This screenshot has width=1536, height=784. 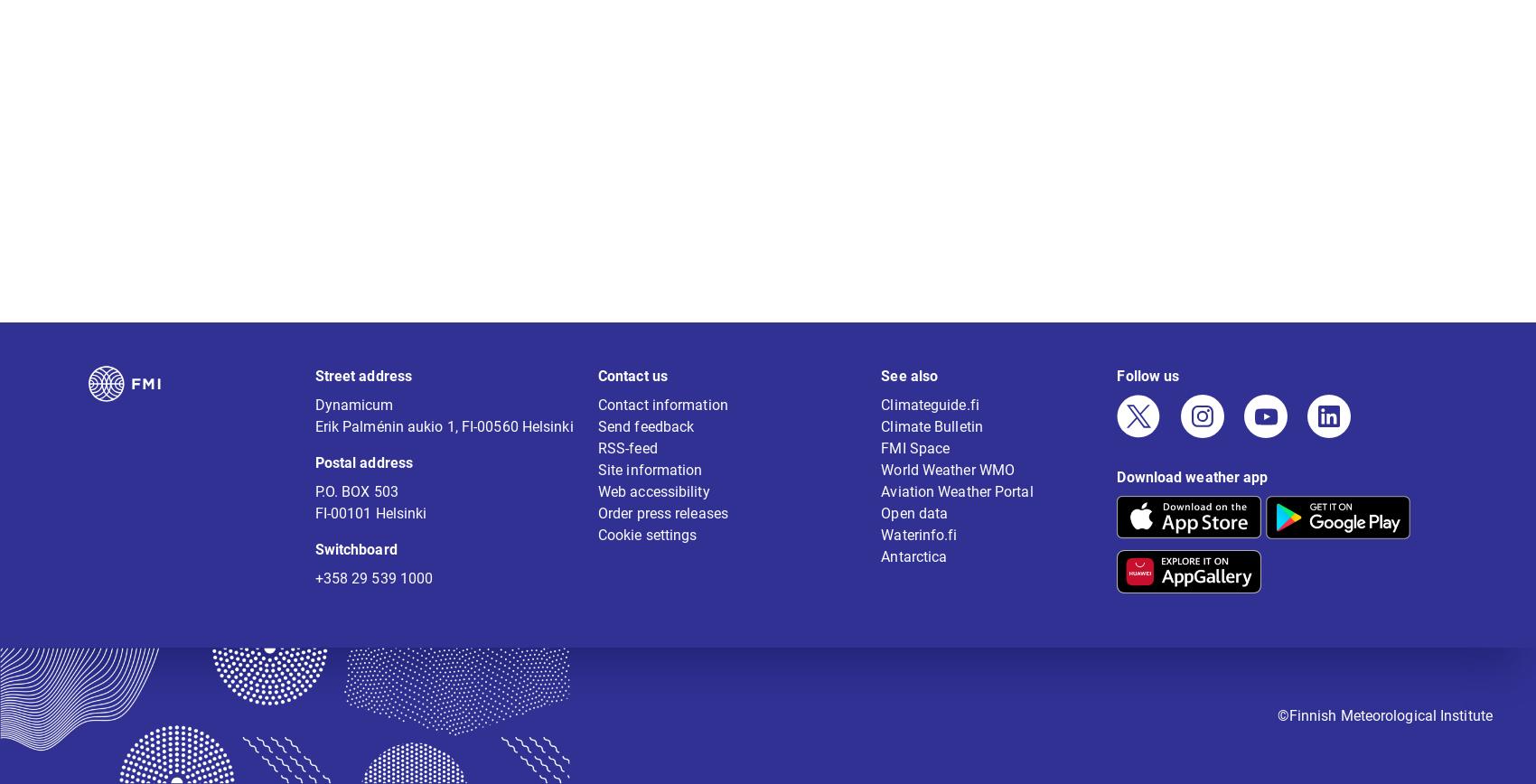 What do you see at coordinates (443, 438) in the screenshot?
I see `'Erik Palménin aukio 1, FI-00560 Helsinki'` at bounding box center [443, 438].